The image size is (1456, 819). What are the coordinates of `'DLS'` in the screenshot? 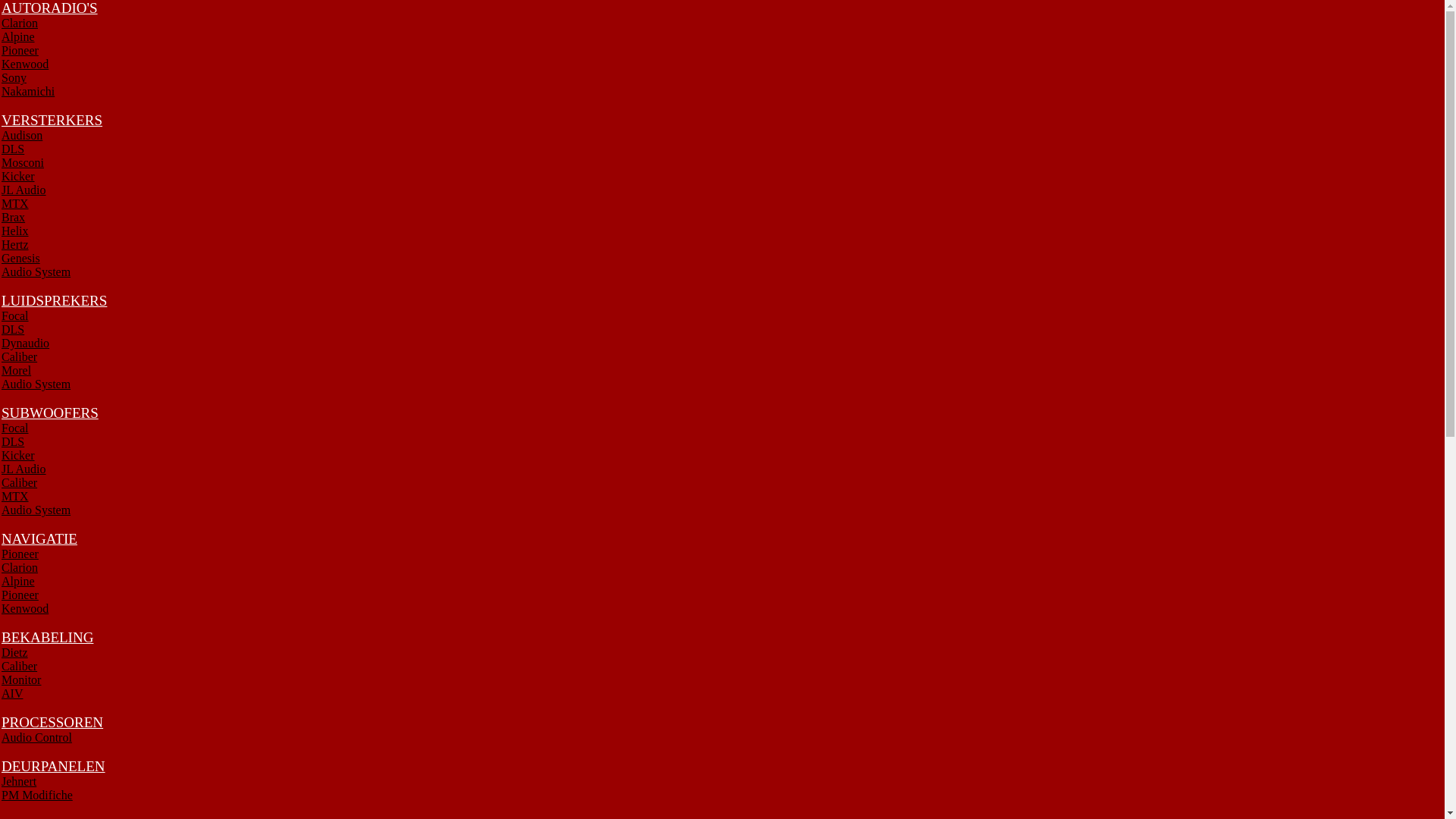 It's located at (13, 149).